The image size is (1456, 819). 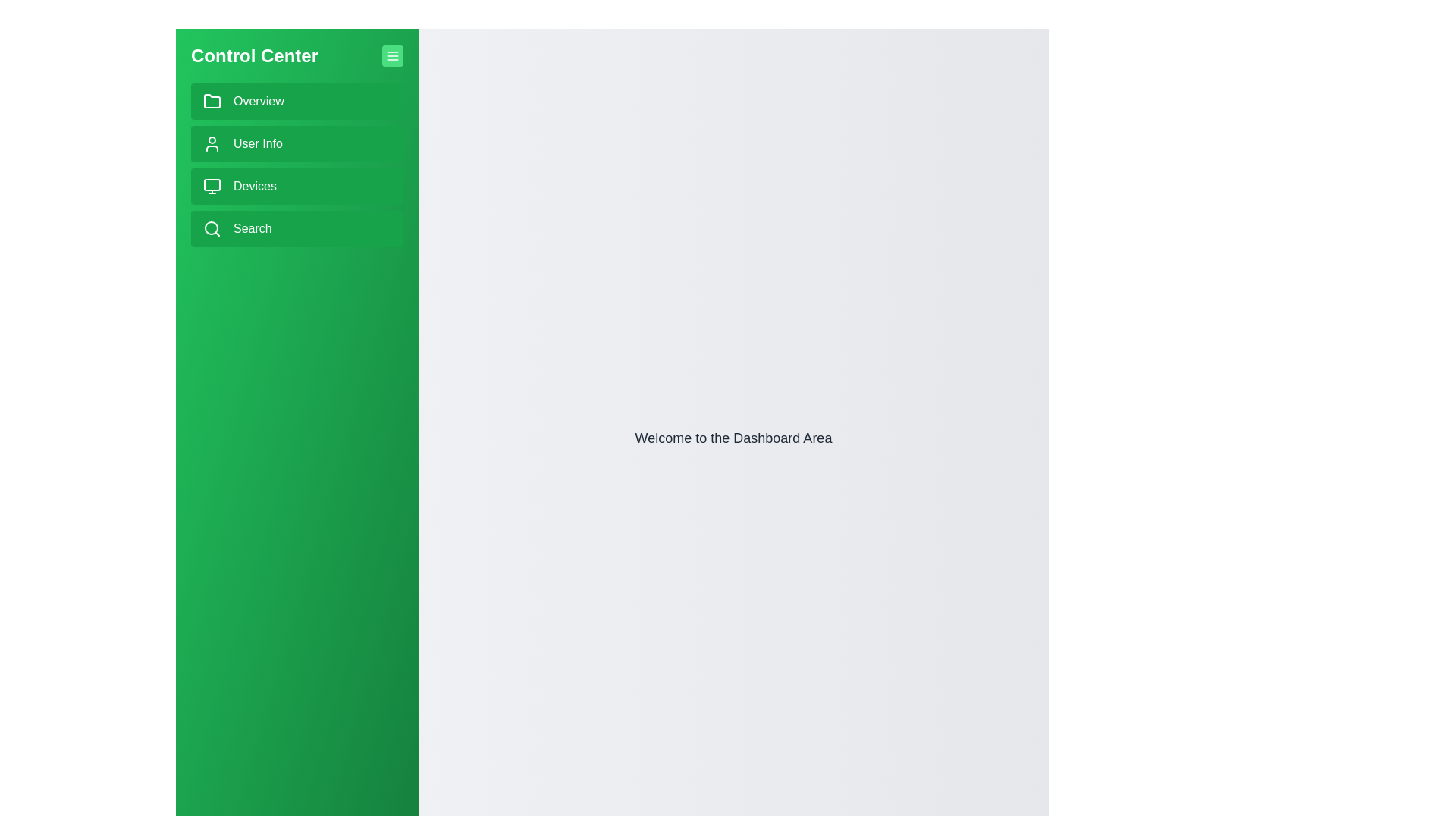 I want to click on the menu button in the sidebar header to toggle its visibility, so click(x=393, y=55).